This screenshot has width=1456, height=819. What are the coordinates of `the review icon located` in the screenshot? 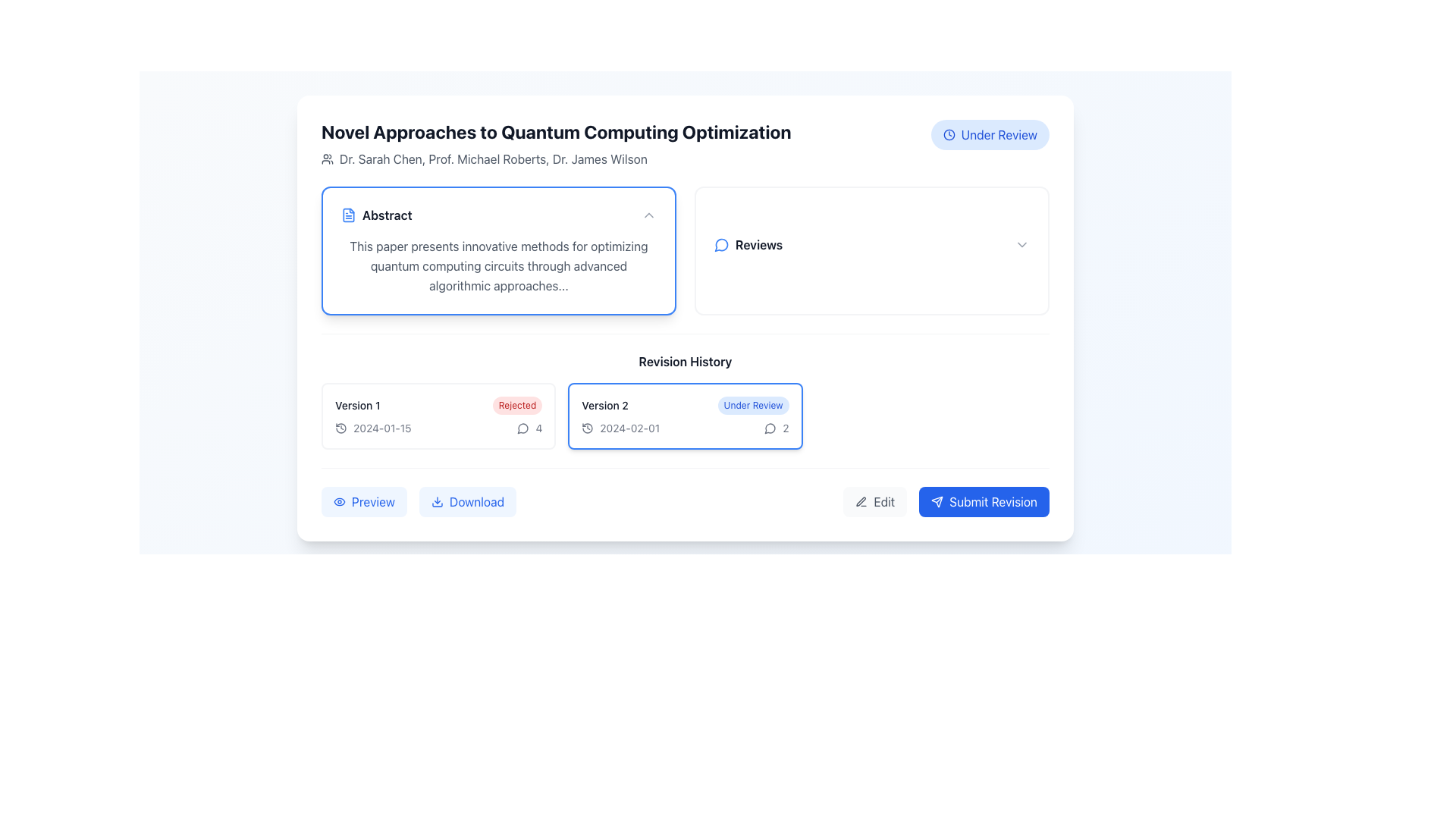 It's located at (523, 428).